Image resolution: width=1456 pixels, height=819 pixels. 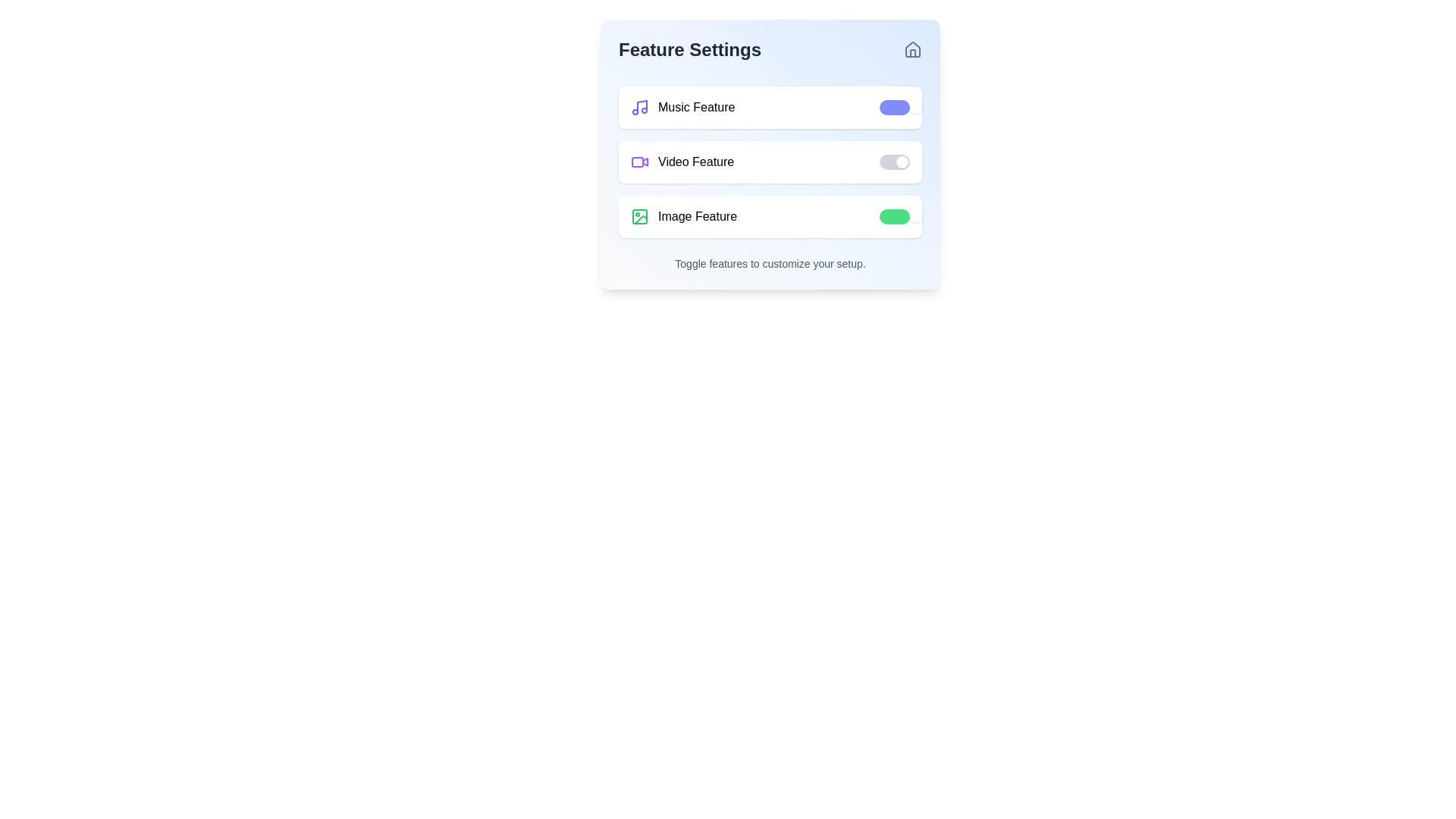 What do you see at coordinates (915, 216) in the screenshot?
I see `the small circular white toggle knob at the right edge of the green toggle switch bar labeled 'Image Feature' within the 'Feature Settings' panel` at bounding box center [915, 216].